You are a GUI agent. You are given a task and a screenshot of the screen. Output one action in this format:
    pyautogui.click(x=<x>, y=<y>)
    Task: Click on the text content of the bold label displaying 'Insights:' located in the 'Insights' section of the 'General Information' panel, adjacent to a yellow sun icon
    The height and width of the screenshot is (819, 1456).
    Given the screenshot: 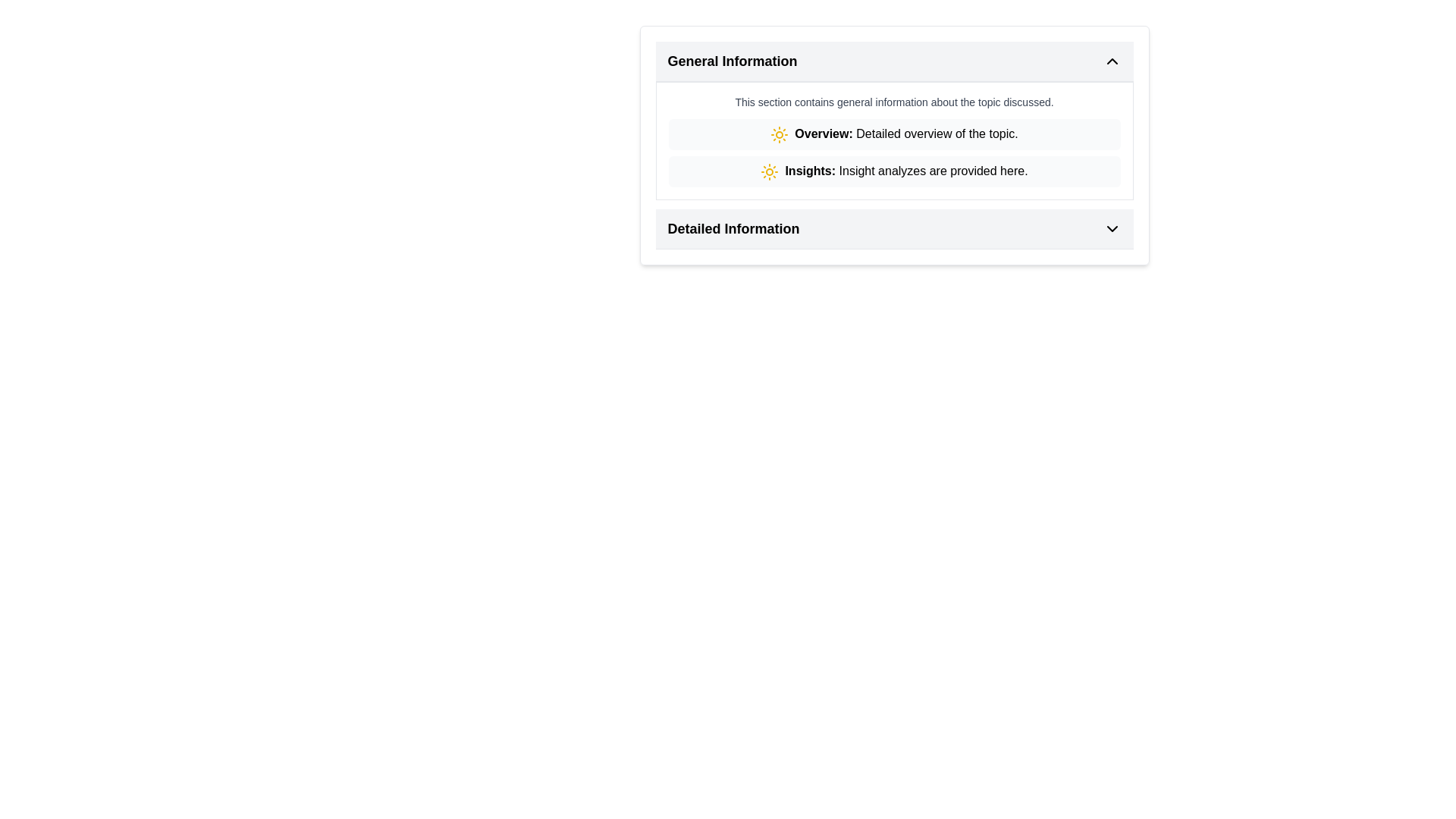 What is the action you would take?
    pyautogui.click(x=809, y=171)
    